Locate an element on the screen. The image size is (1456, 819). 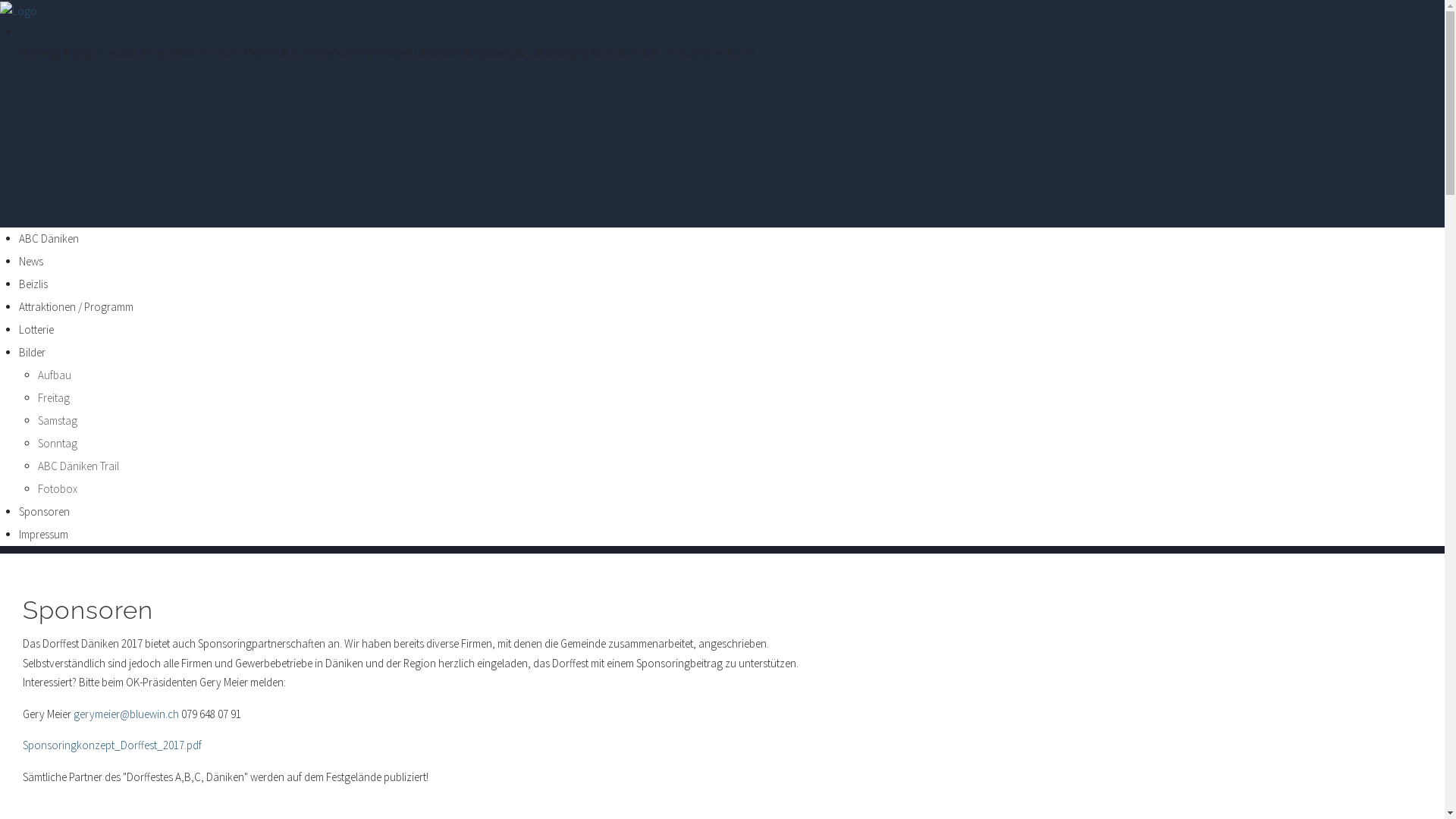
'Samstag' is located at coordinates (58, 420).